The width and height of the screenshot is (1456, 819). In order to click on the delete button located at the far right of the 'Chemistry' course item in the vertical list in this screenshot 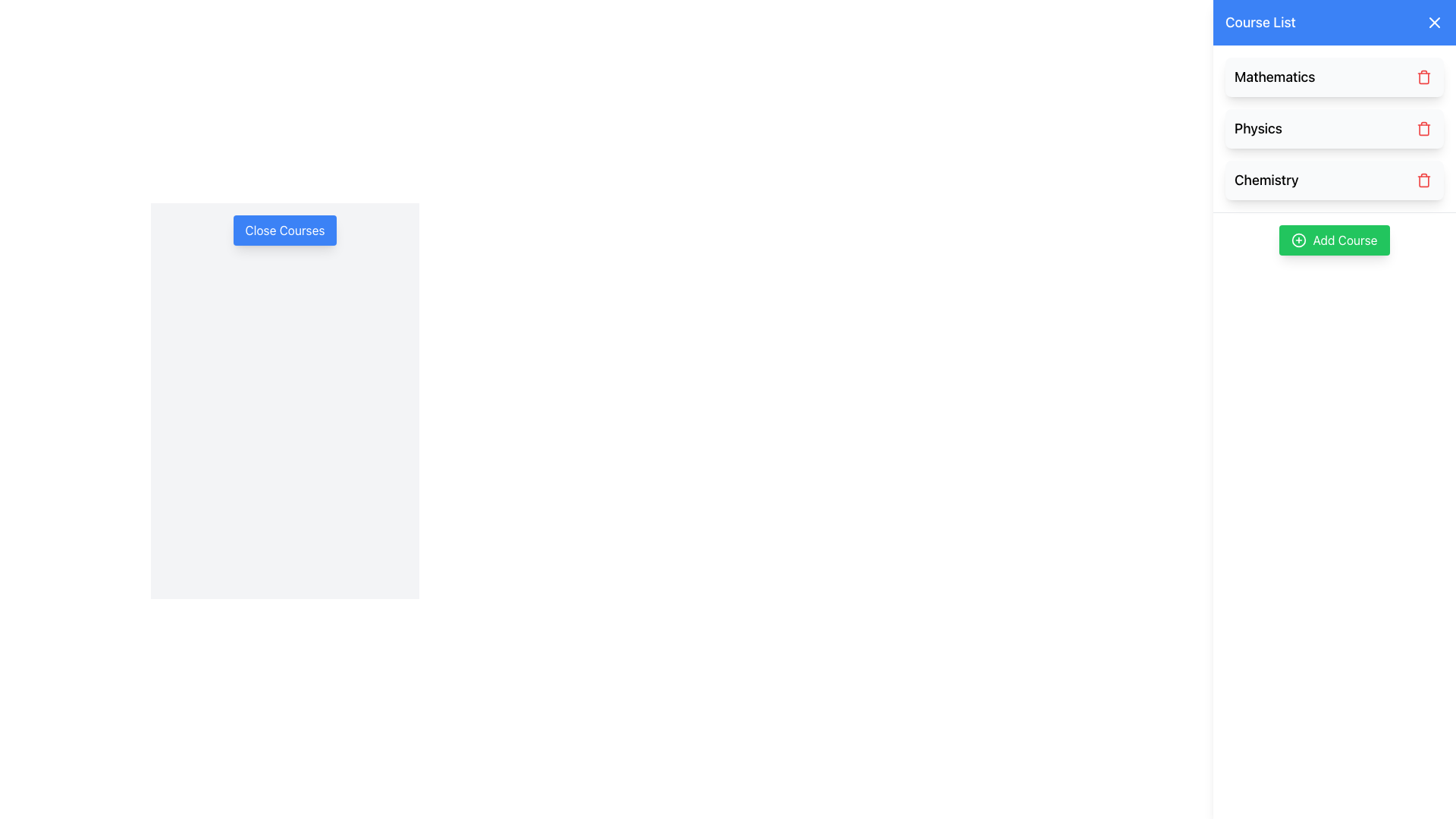, I will do `click(1423, 180)`.